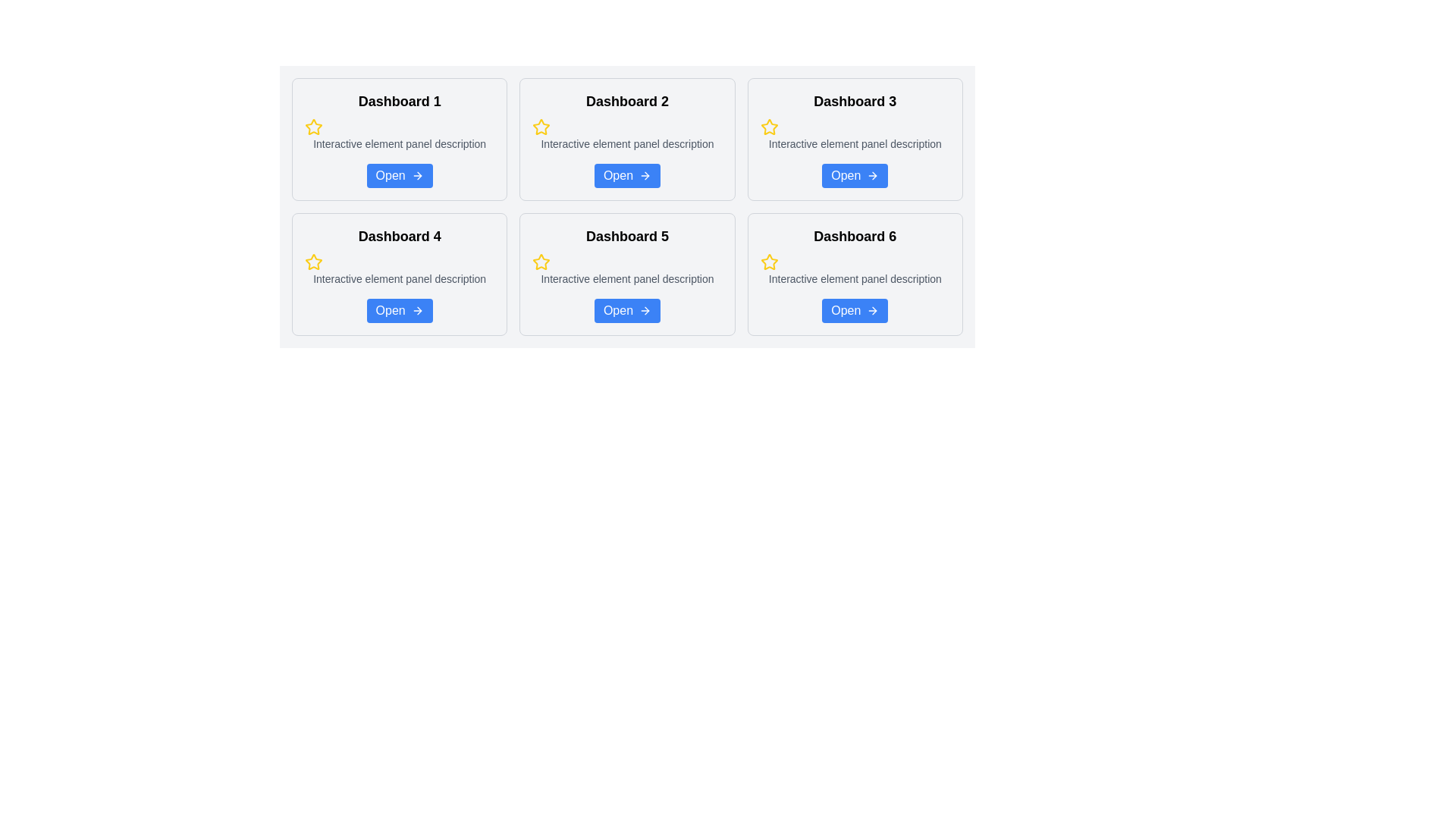 The image size is (1456, 819). What do you see at coordinates (855, 309) in the screenshot?
I see `the 'Open' button with a blue background and white text located at the bottom-right of the 'Dashboard 6' card` at bounding box center [855, 309].